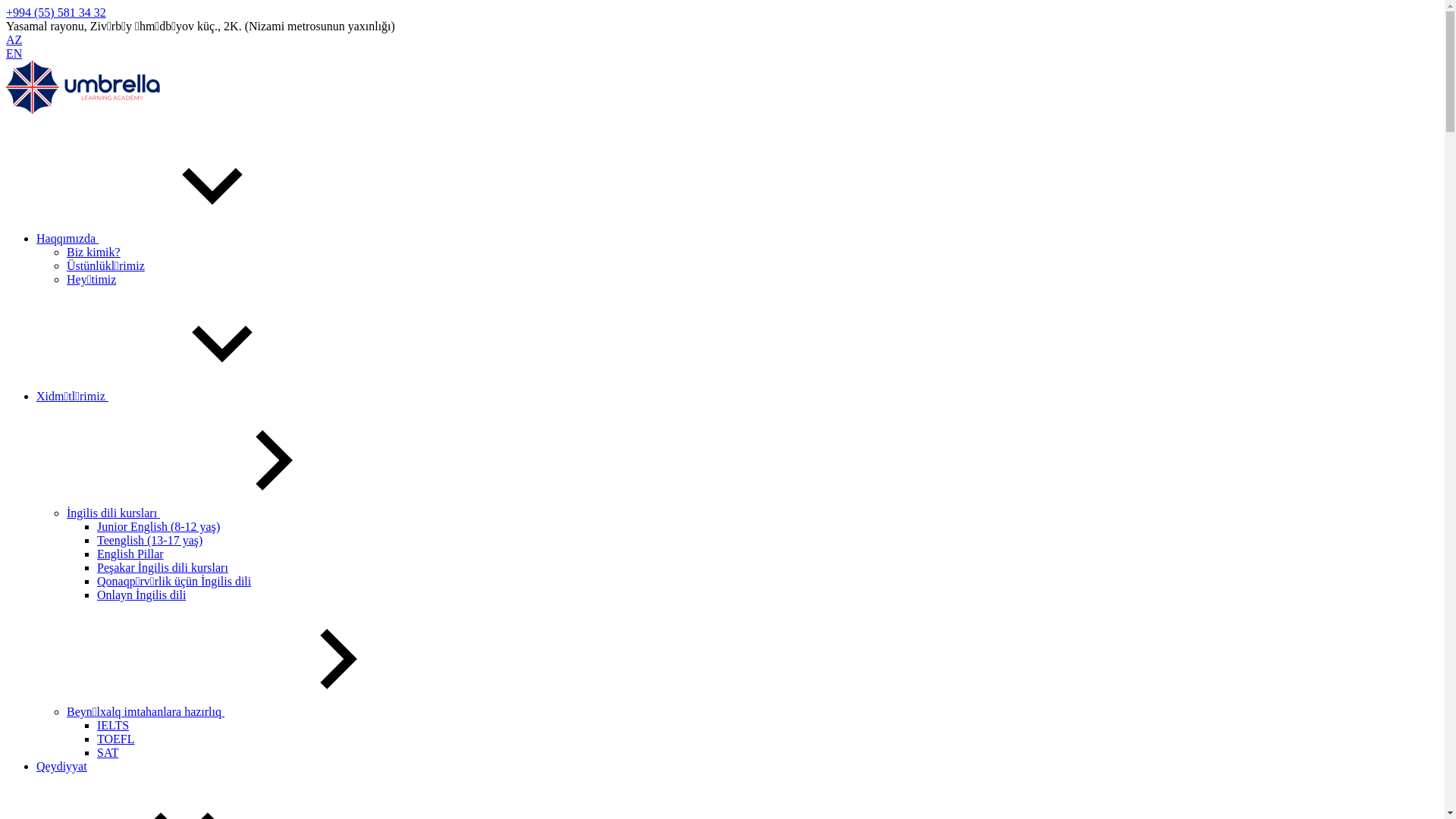 Image resolution: width=1456 pixels, height=819 pixels. I want to click on '+994 (55) 581 34 32', so click(6, 12).